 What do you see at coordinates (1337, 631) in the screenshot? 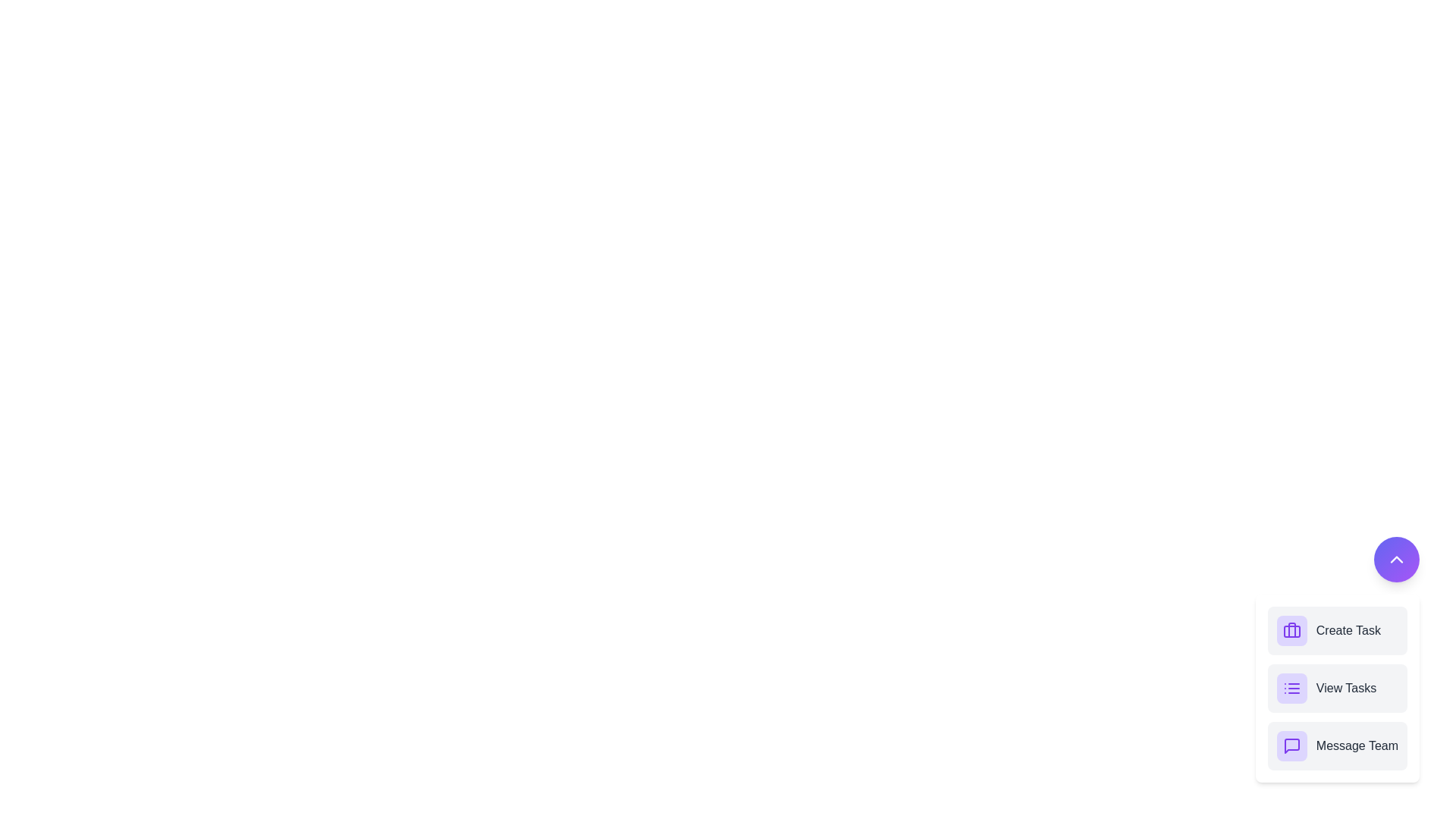
I see `the 'Create Task' button` at bounding box center [1337, 631].